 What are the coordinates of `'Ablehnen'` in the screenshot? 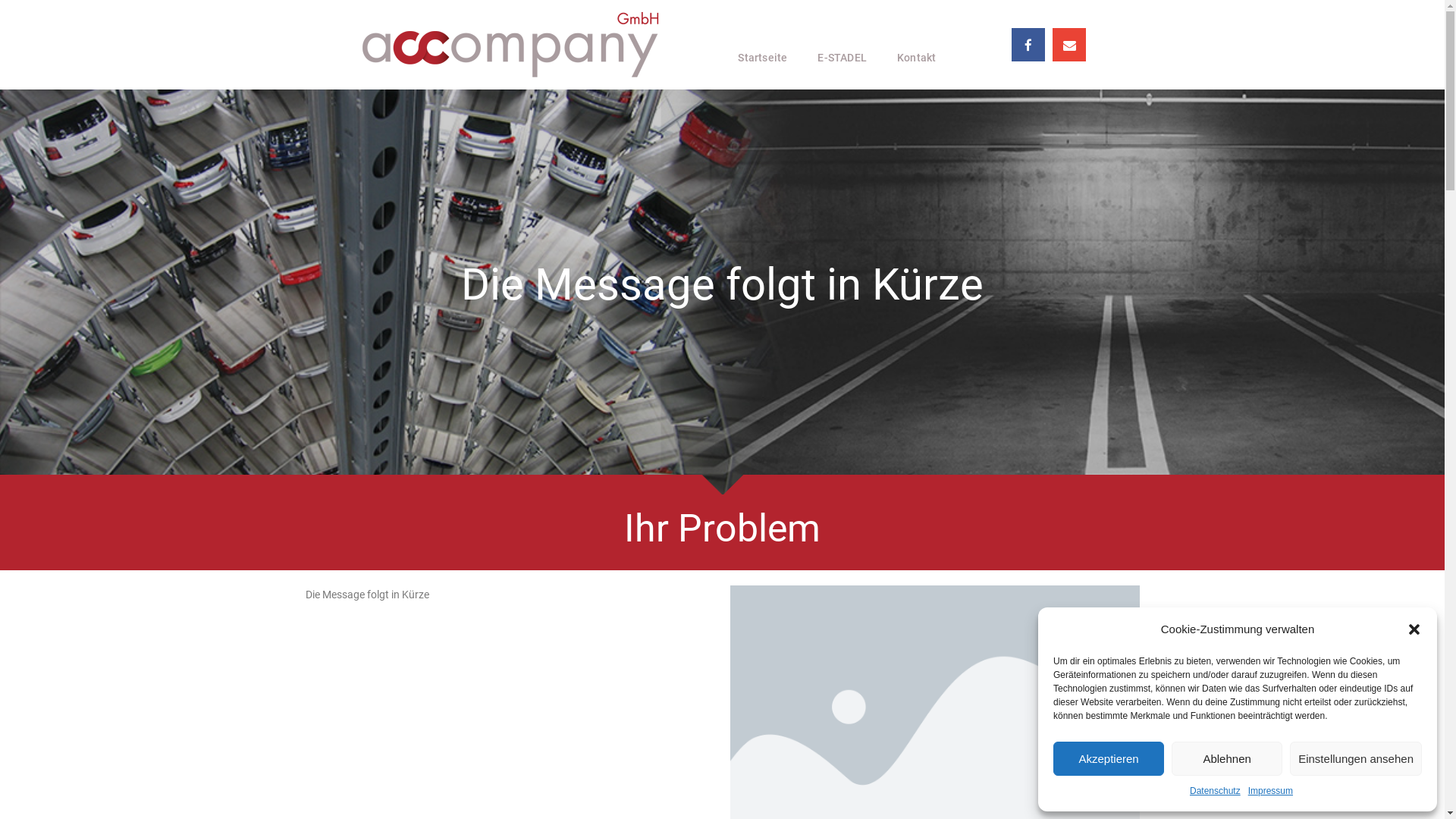 It's located at (1226, 758).